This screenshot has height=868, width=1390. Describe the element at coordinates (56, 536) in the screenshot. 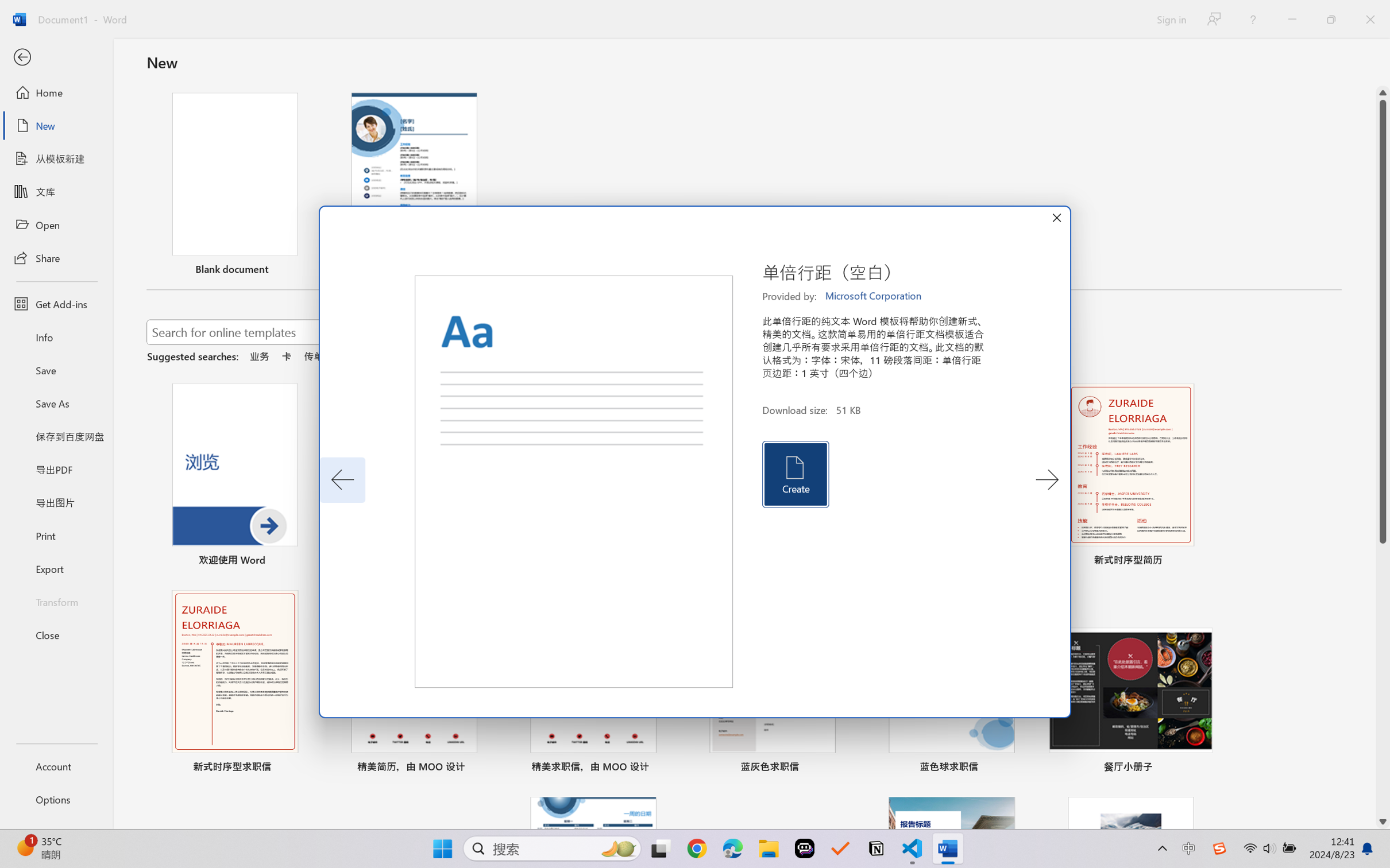

I see `'Print'` at that location.